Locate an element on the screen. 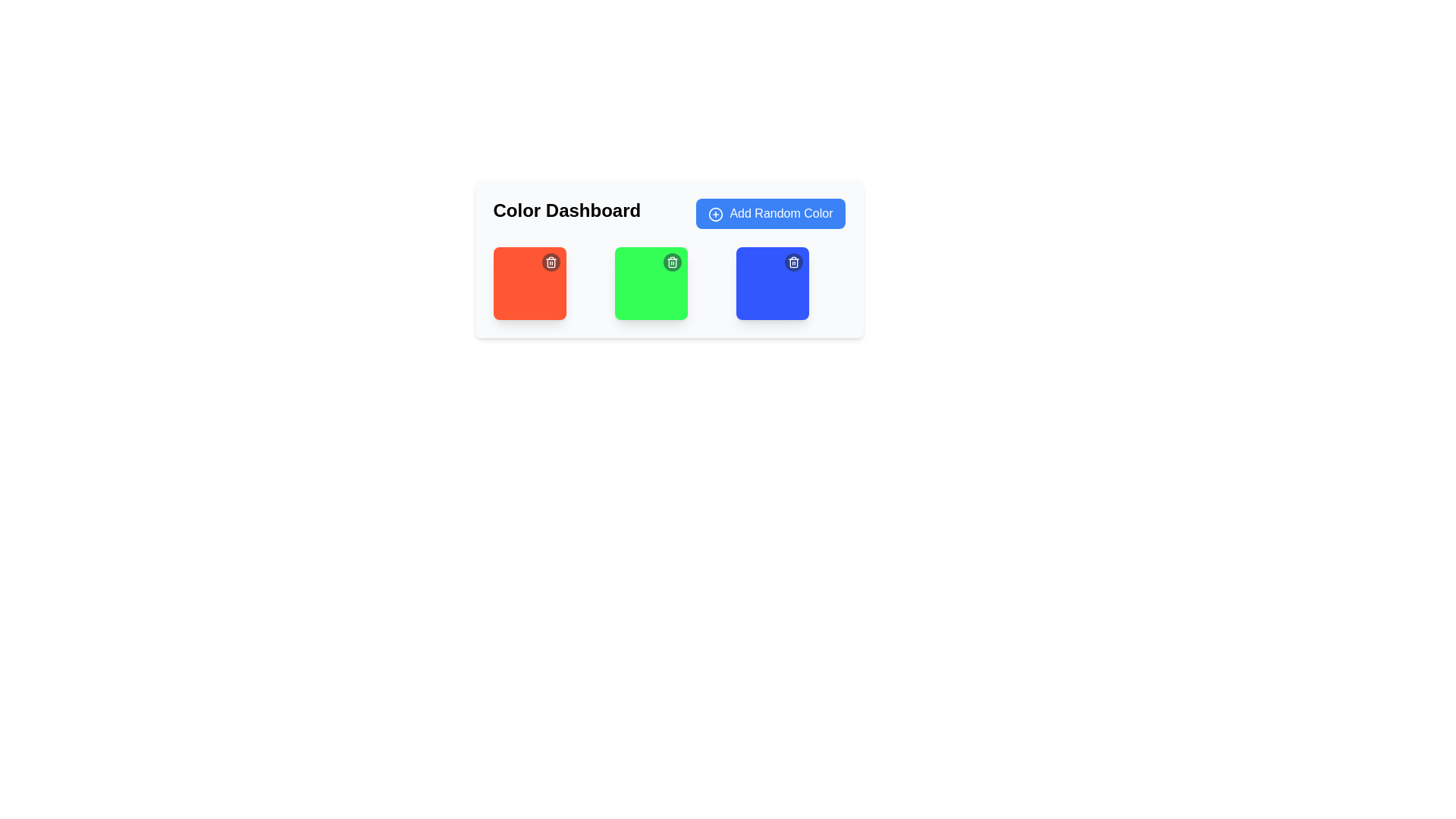 This screenshot has width=1456, height=819. the delete icon button located at the top-right corner of the red color card is located at coordinates (550, 262).